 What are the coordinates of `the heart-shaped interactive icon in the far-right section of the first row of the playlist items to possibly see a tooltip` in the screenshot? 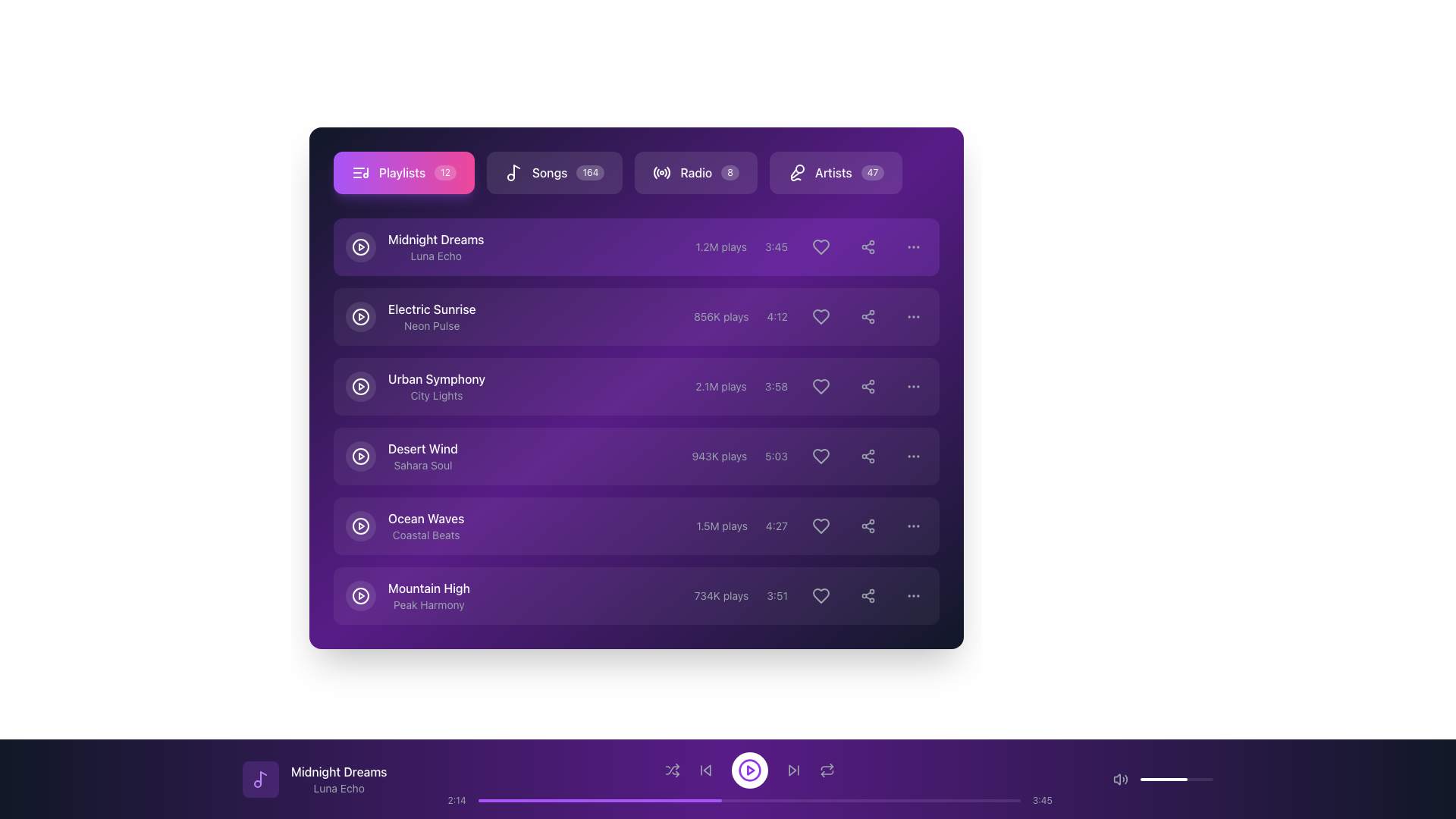 It's located at (821, 246).